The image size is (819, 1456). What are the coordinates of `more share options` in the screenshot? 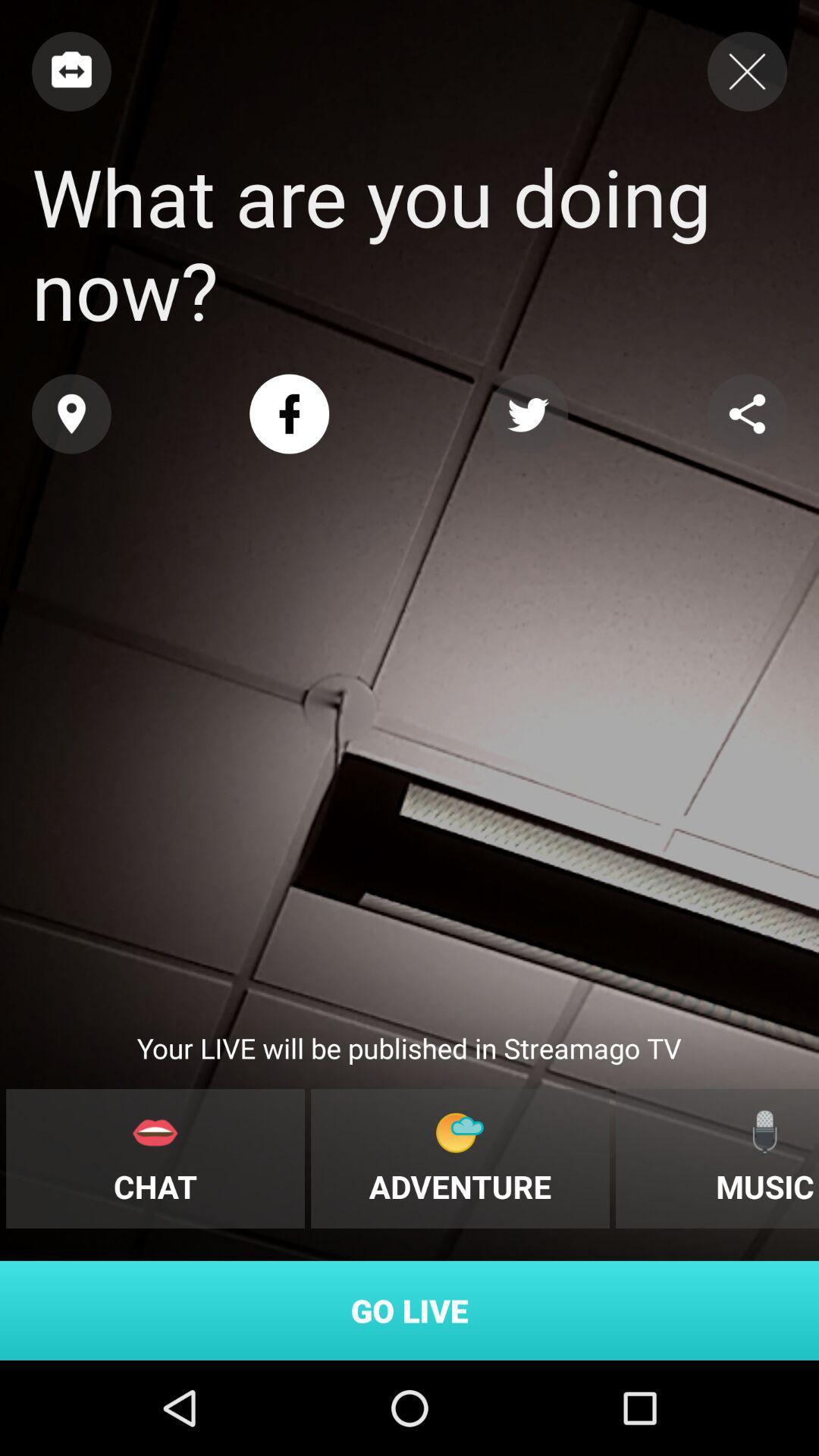 It's located at (746, 414).